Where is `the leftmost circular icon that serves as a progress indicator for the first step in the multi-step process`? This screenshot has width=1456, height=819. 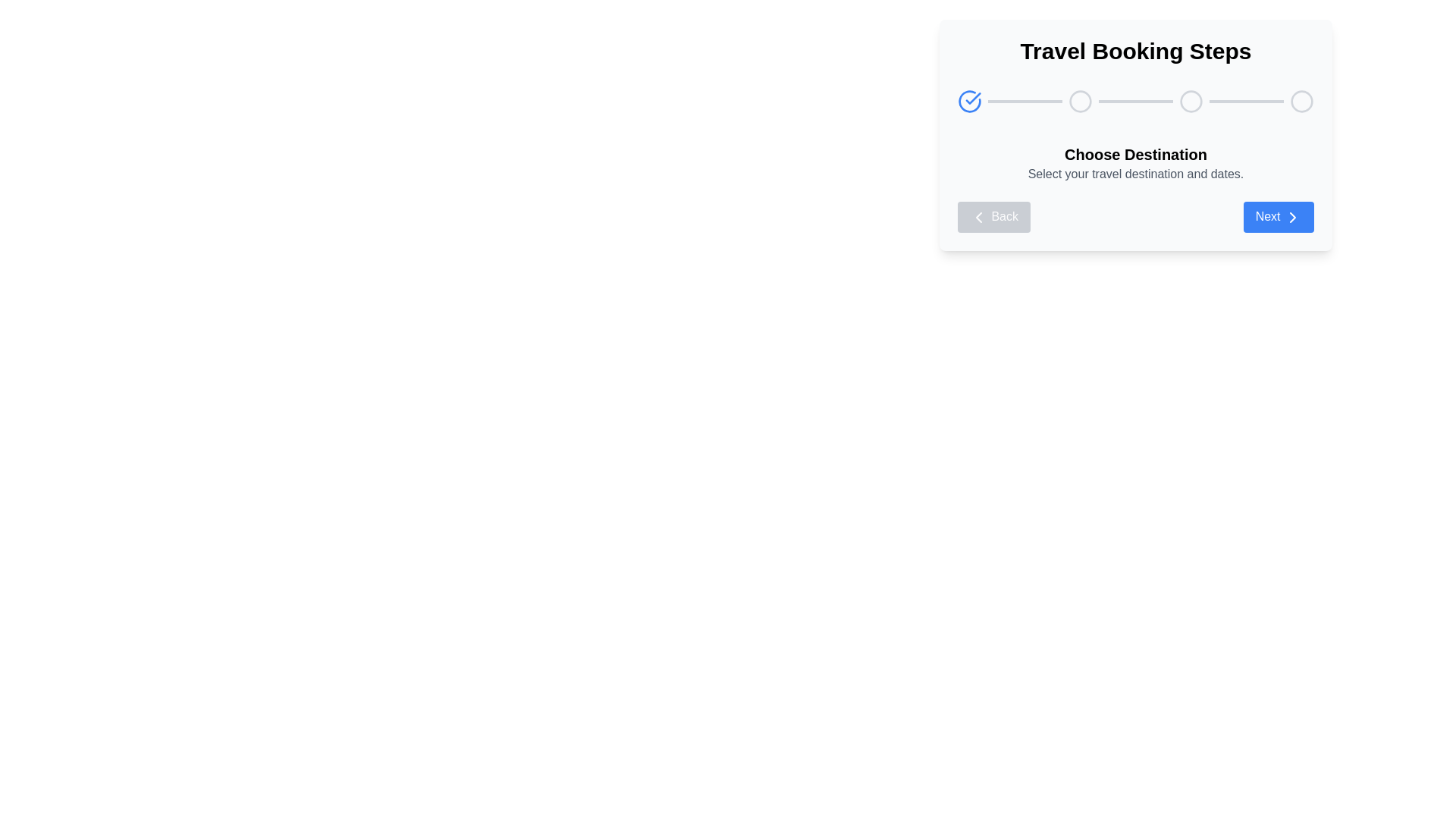 the leftmost circular icon that serves as a progress indicator for the first step in the multi-step process is located at coordinates (968, 102).